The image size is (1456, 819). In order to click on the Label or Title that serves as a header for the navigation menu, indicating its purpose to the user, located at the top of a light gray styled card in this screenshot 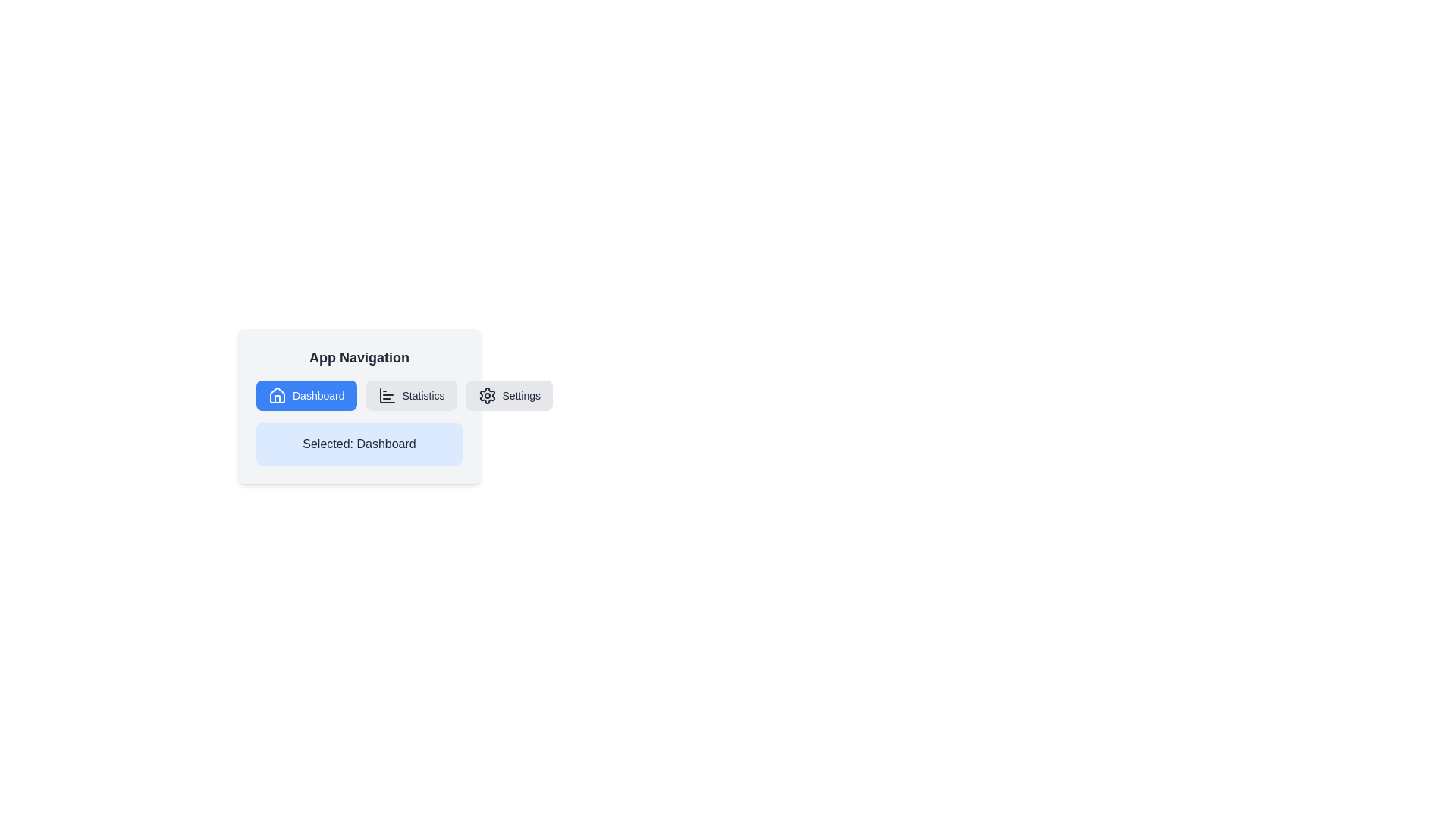, I will do `click(359, 357)`.